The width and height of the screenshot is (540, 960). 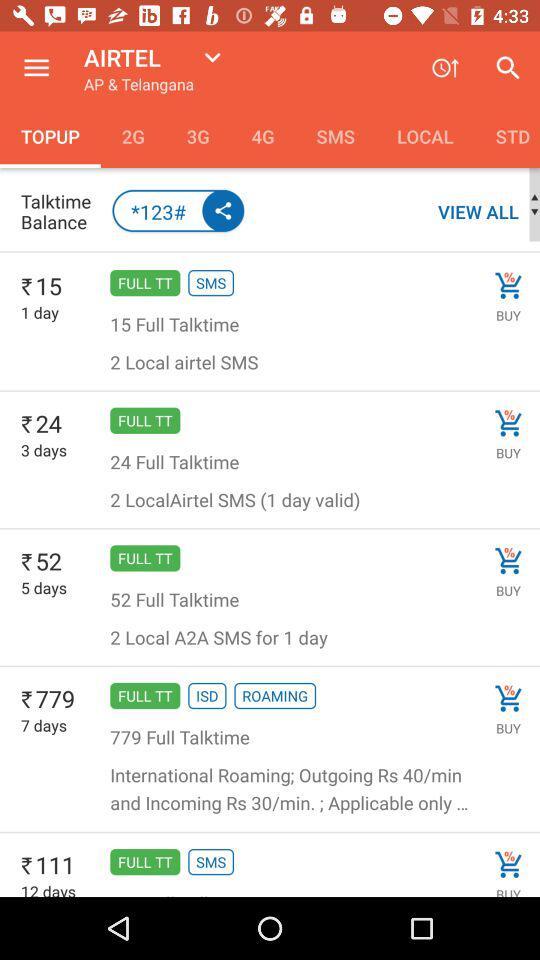 What do you see at coordinates (206, 696) in the screenshot?
I see `icon below the 2 local a2a item` at bounding box center [206, 696].